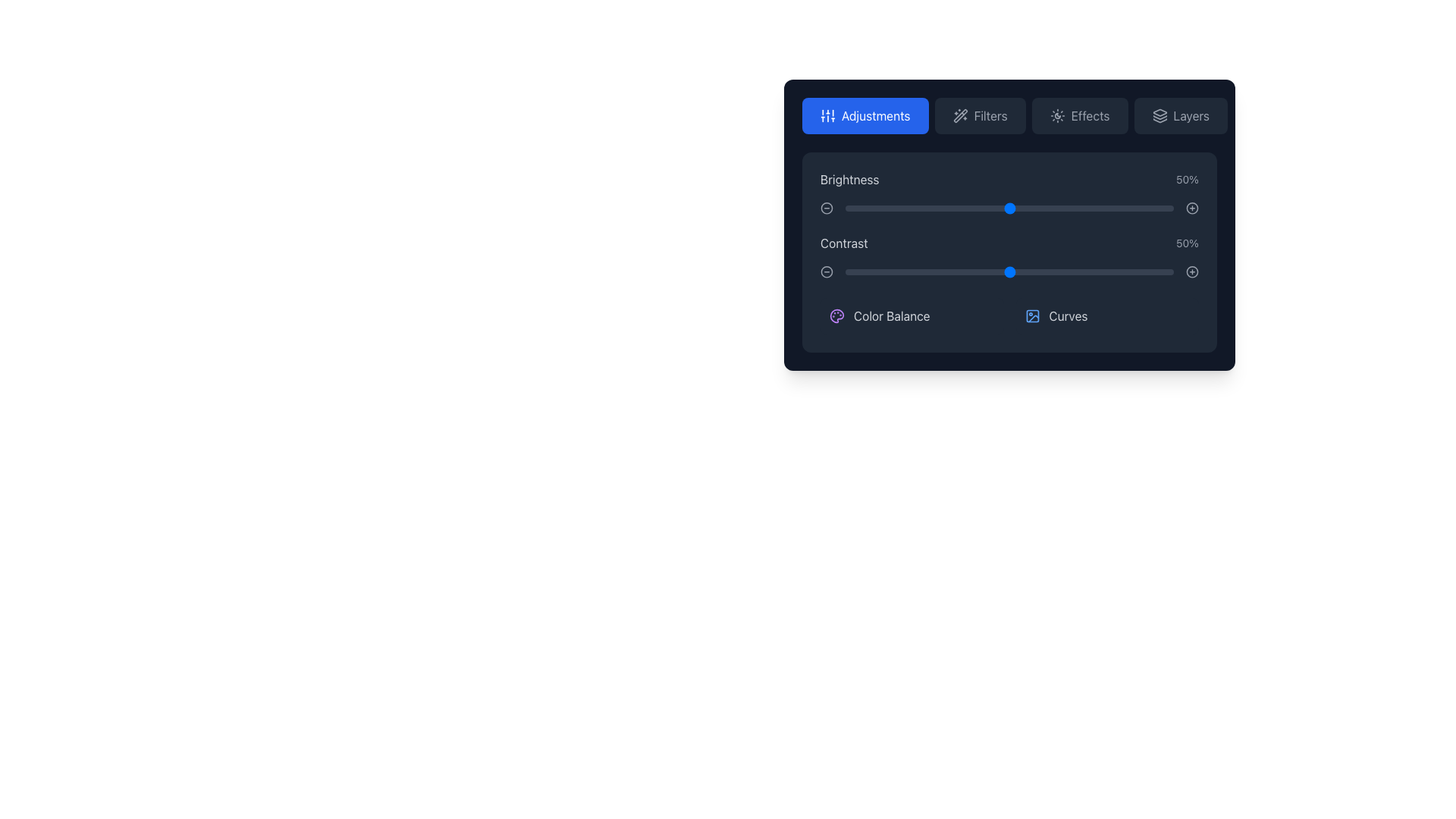 The height and width of the screenshot is (819, 1456). What do you see at coordinates (1067, 315) in the screenshot?
I see `the fifth Label element in the lower part of the panel that serves as an identifier for an option related to image manipulation` at bounding box center [1067, 315].